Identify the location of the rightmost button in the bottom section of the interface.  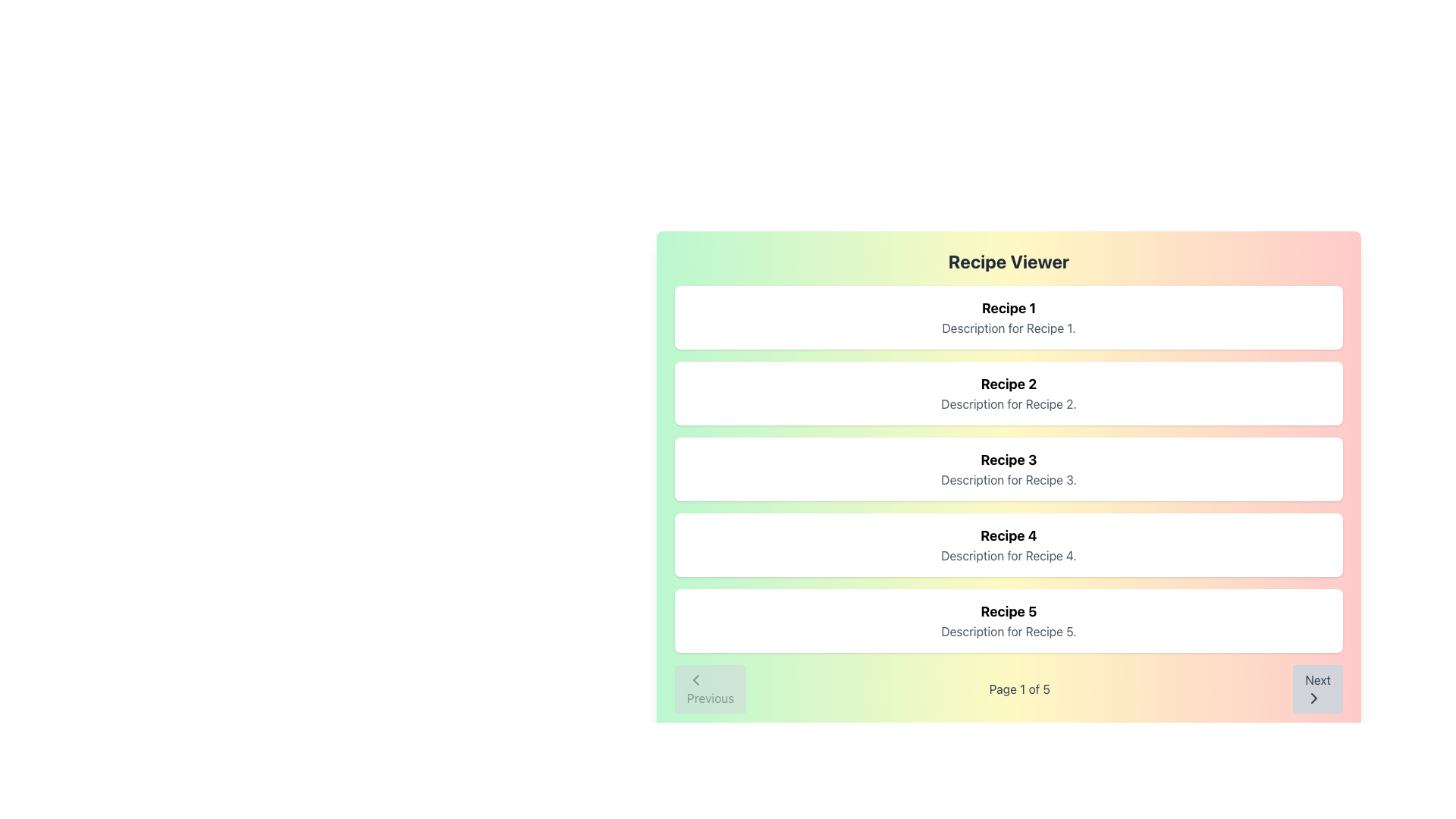
(1316, 689).